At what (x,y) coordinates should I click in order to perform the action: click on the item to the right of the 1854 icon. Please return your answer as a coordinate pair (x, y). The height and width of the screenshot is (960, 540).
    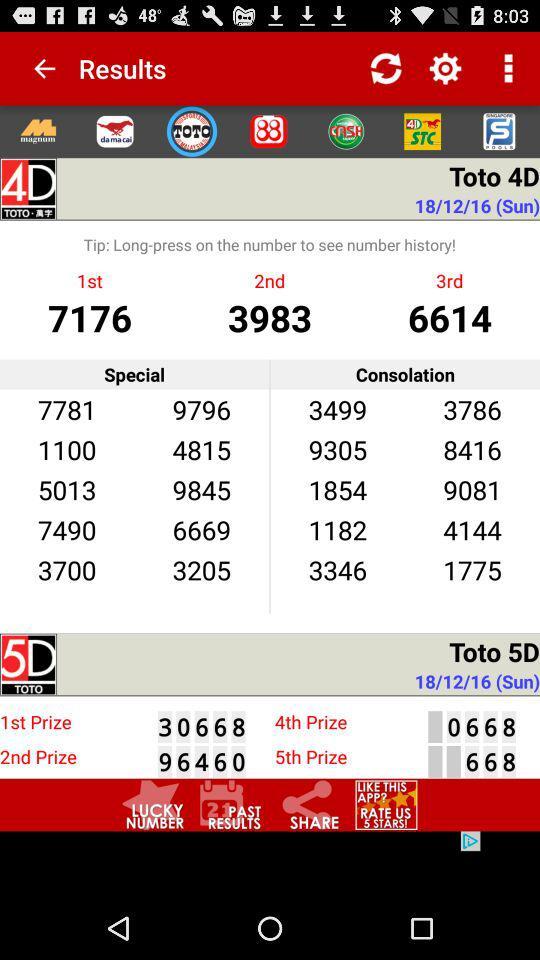
    Looking at the image, I should click on (472, 528).